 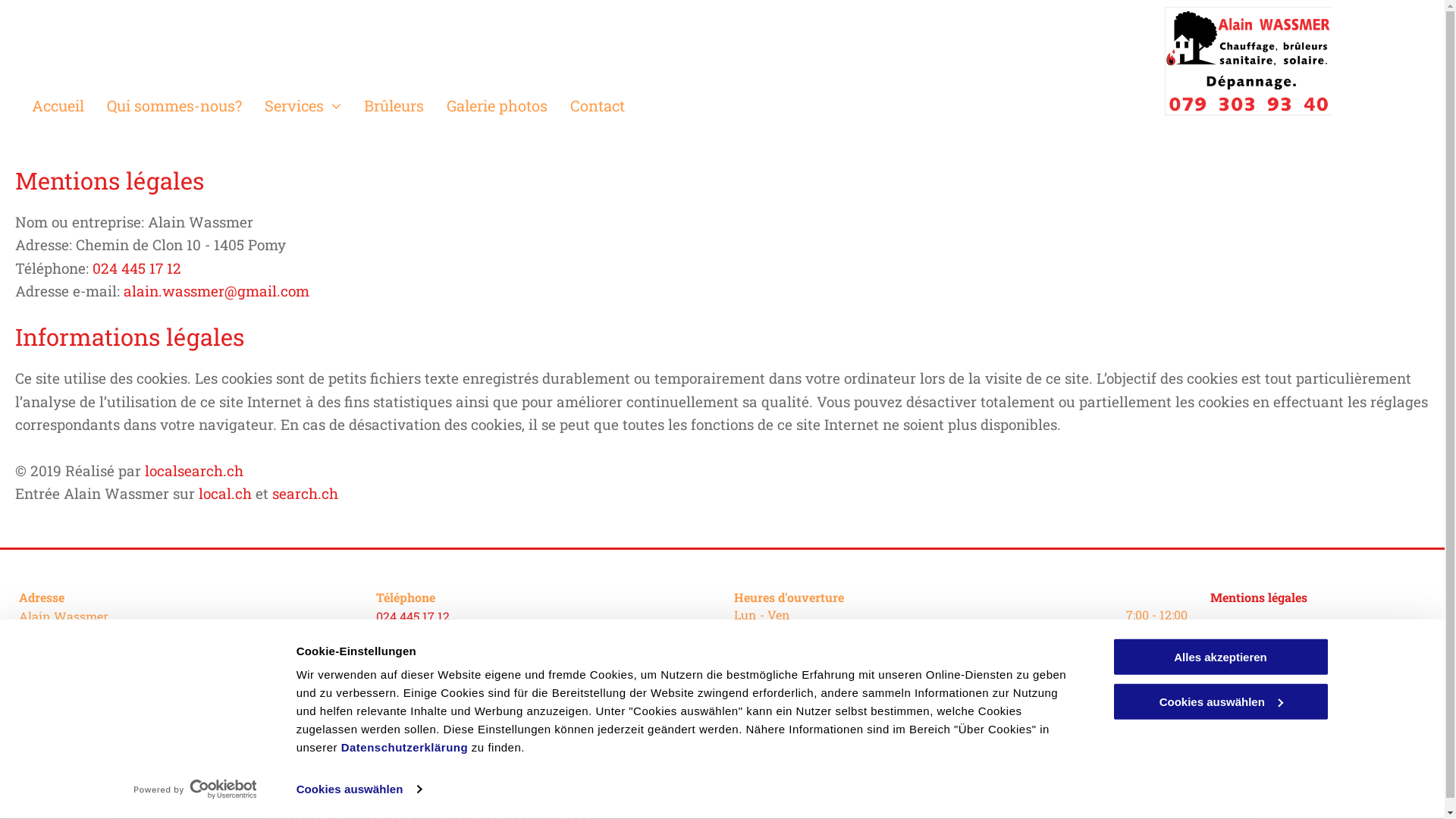 I want to click on 'Alles akzeptieren', so click(x=1111, y=656).